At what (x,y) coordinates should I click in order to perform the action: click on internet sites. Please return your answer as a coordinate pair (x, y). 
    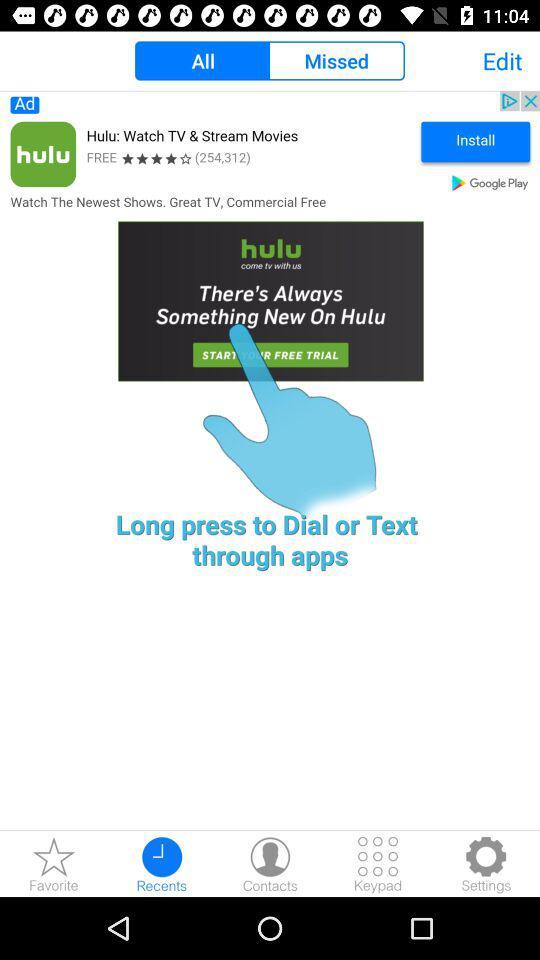
    Looking at the image, I should click on (54, 863).